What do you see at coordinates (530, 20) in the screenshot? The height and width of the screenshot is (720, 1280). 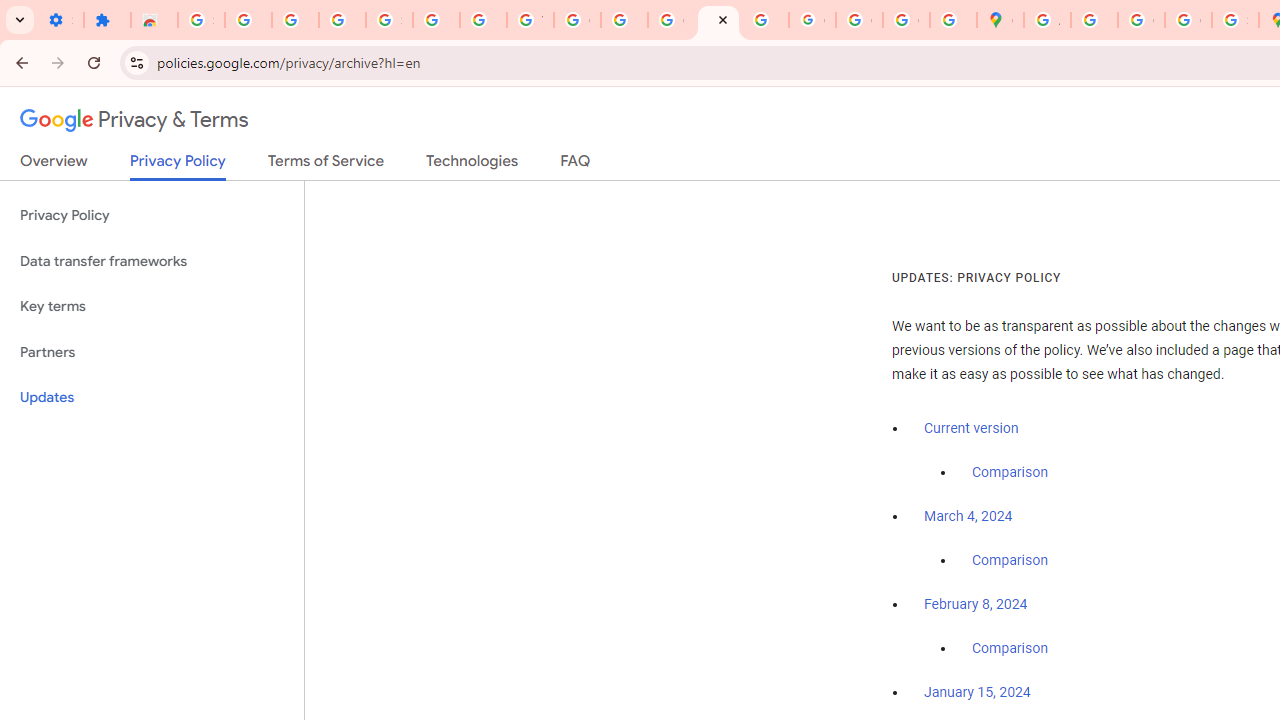 I see `'YouTube'` at bounding box center [530, 20].